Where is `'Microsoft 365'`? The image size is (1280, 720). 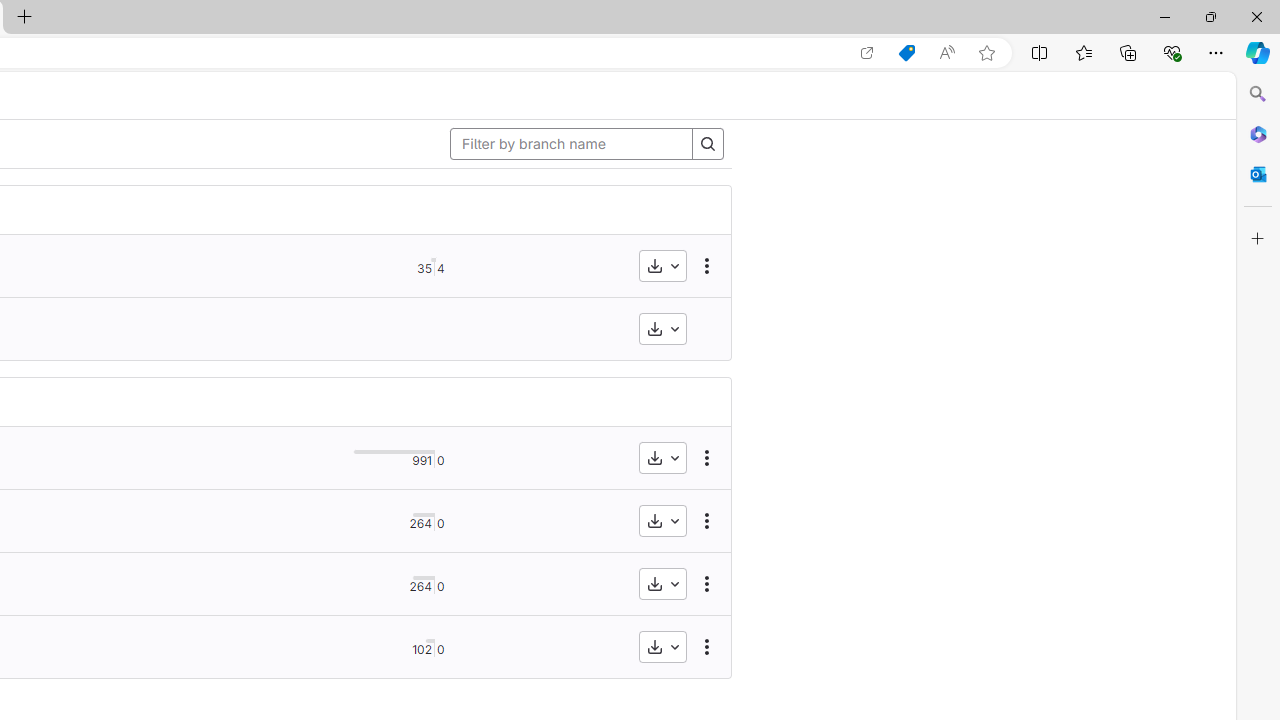 'Microsoft 365' is located at coordinates (1257, 133).